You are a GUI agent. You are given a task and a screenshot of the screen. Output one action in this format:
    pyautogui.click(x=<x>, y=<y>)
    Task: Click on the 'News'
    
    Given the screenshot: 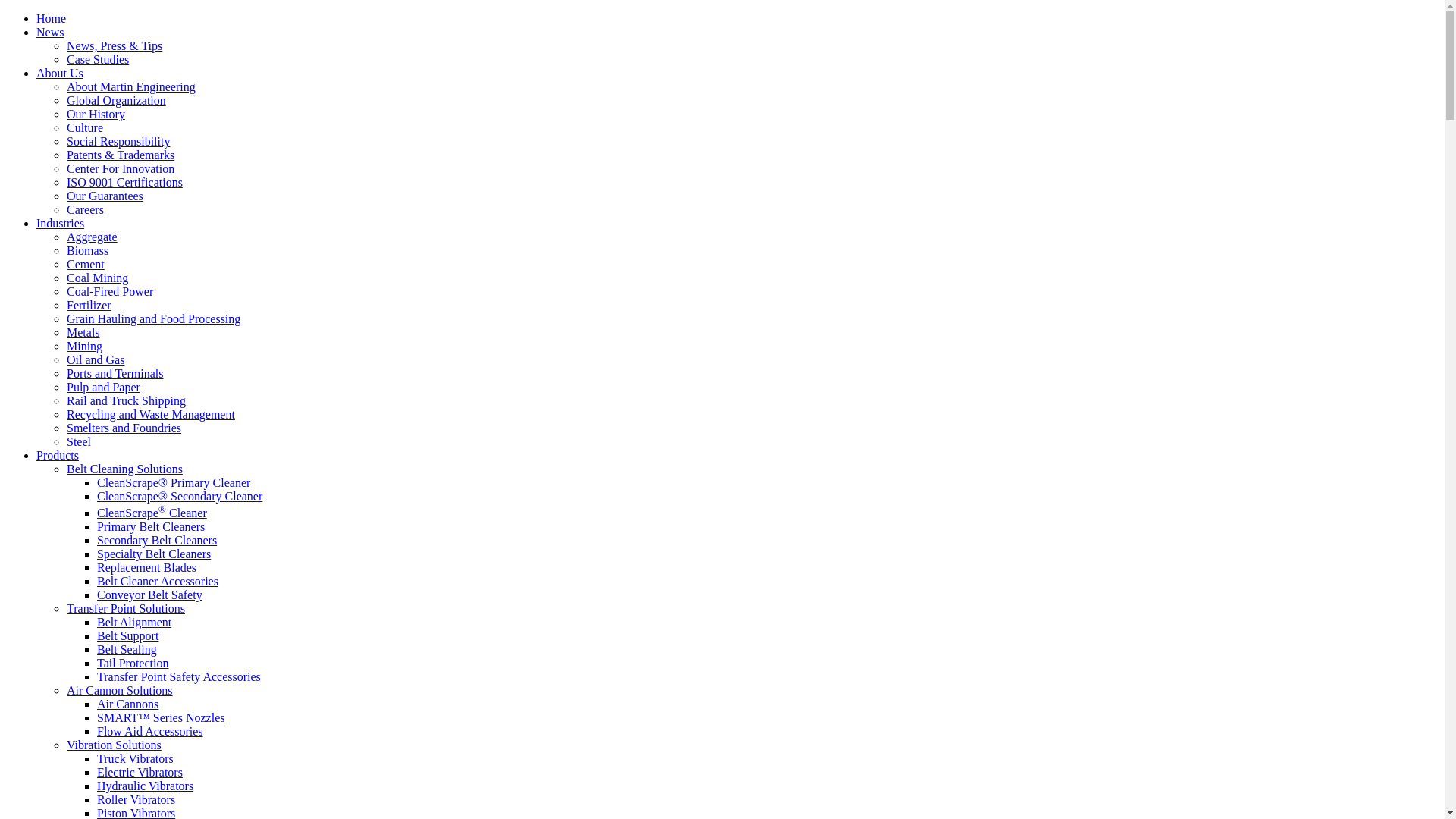 What is the action you would take?
    pyautogui.click(x=50, y=32)
    